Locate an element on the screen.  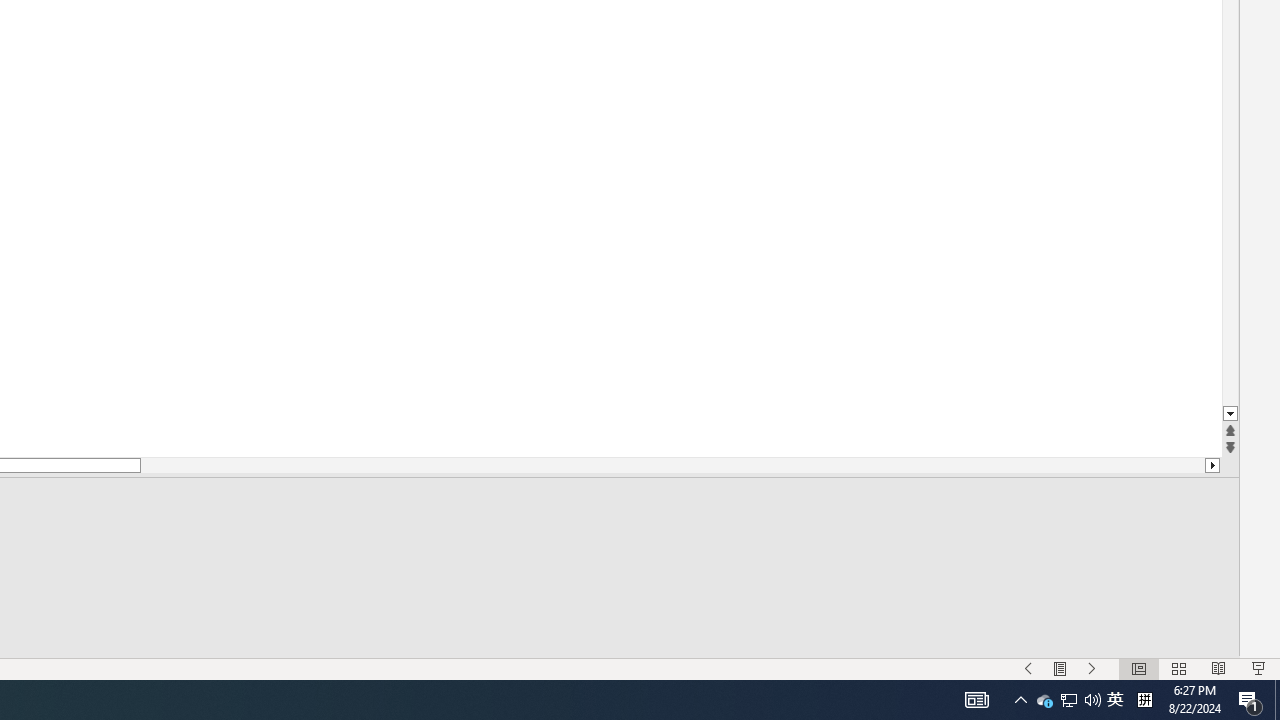
'Menu On' is located at coordinates (1059, 669).